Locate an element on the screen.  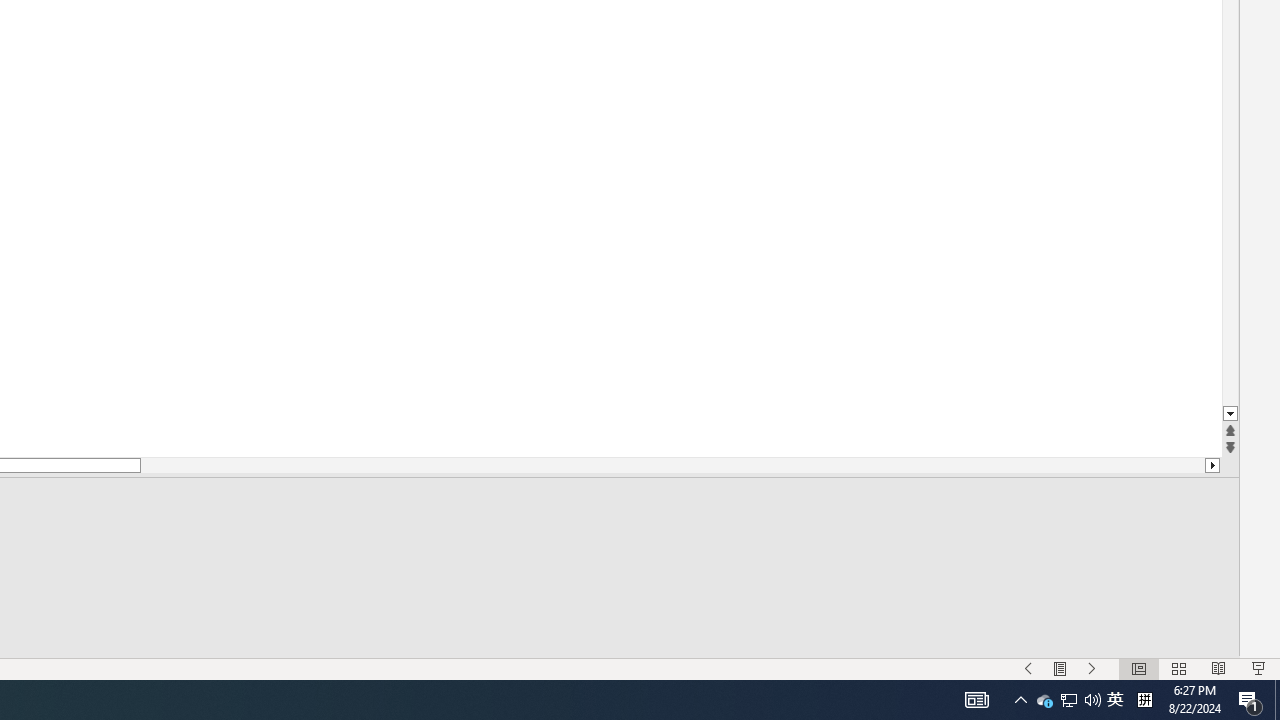
'Menu On' is located at coordinates (1059, 669).